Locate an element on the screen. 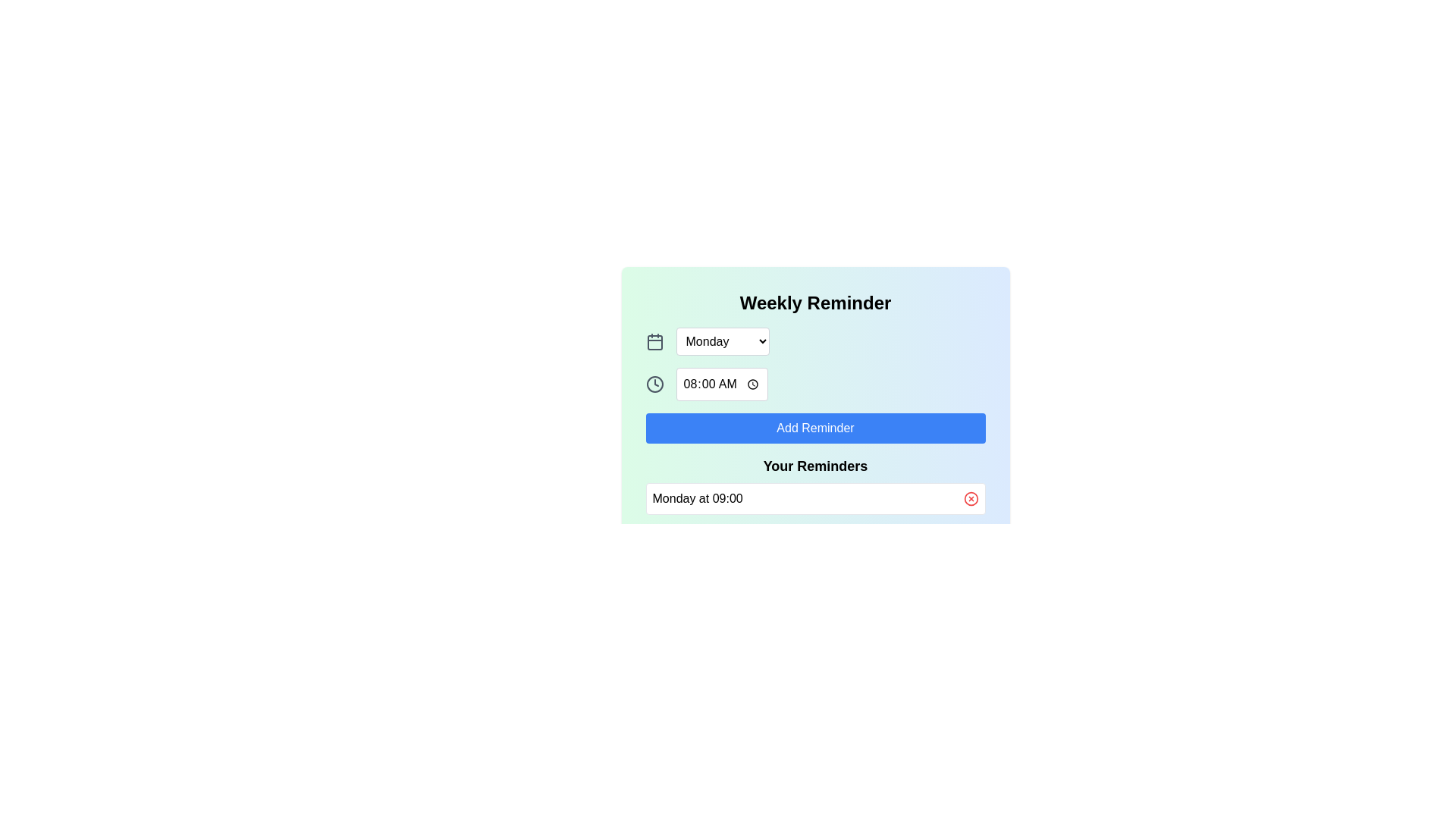 The height and width of the screenshot is (819, 1456). the text label that serves as a section title for reminders, located above the 'Monday at 09:00' text and delete button, within a card-like interface is located at coordinates (814, 465).